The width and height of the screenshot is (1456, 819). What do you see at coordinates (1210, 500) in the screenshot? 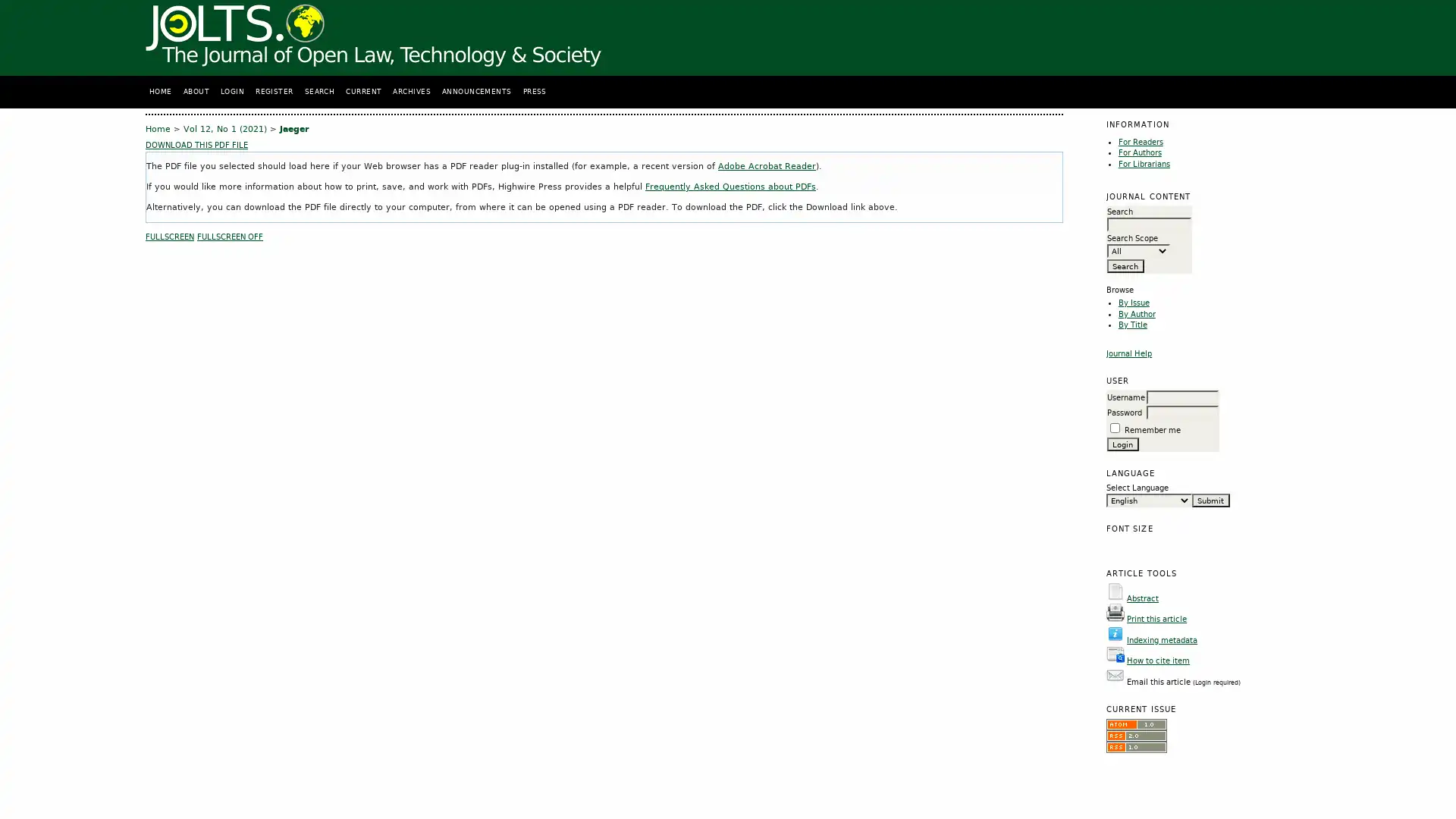
I see `Submit` at bounding box center [1210, 500].